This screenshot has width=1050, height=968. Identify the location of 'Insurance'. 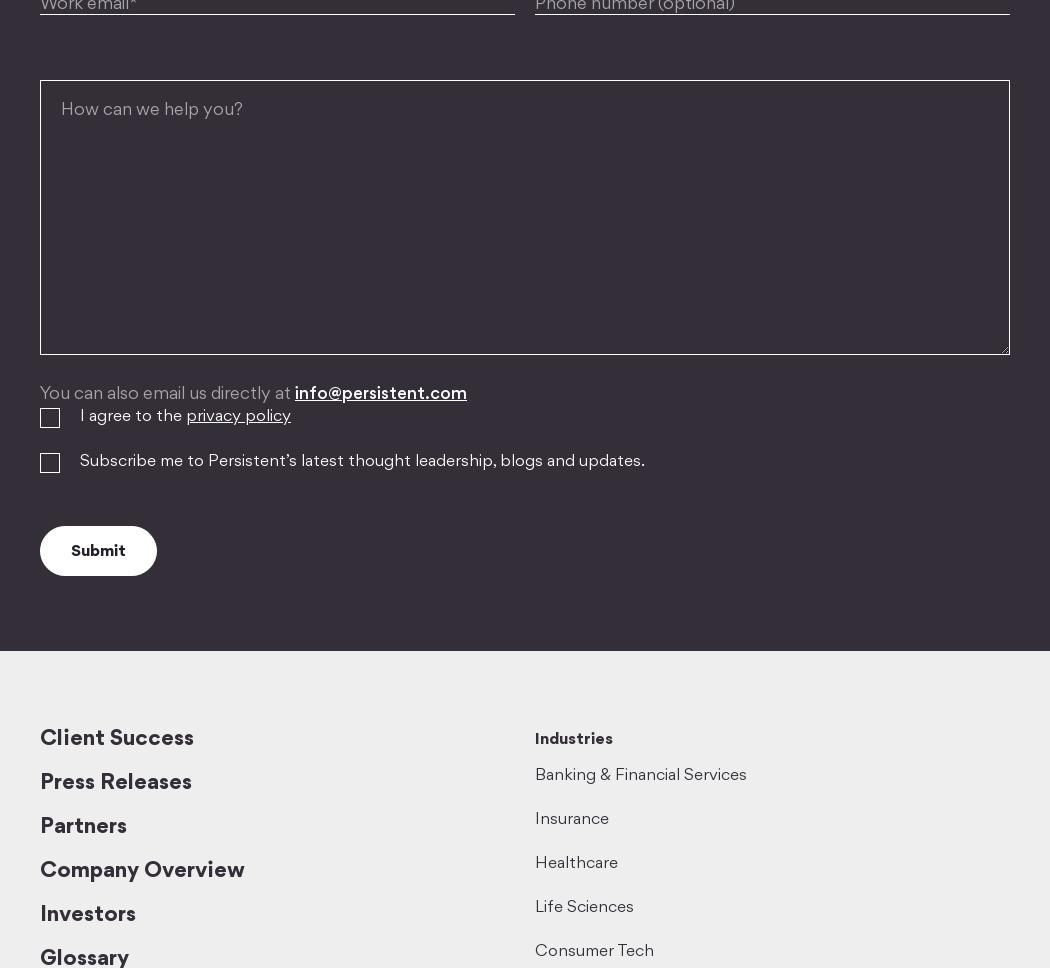
(571, 819).